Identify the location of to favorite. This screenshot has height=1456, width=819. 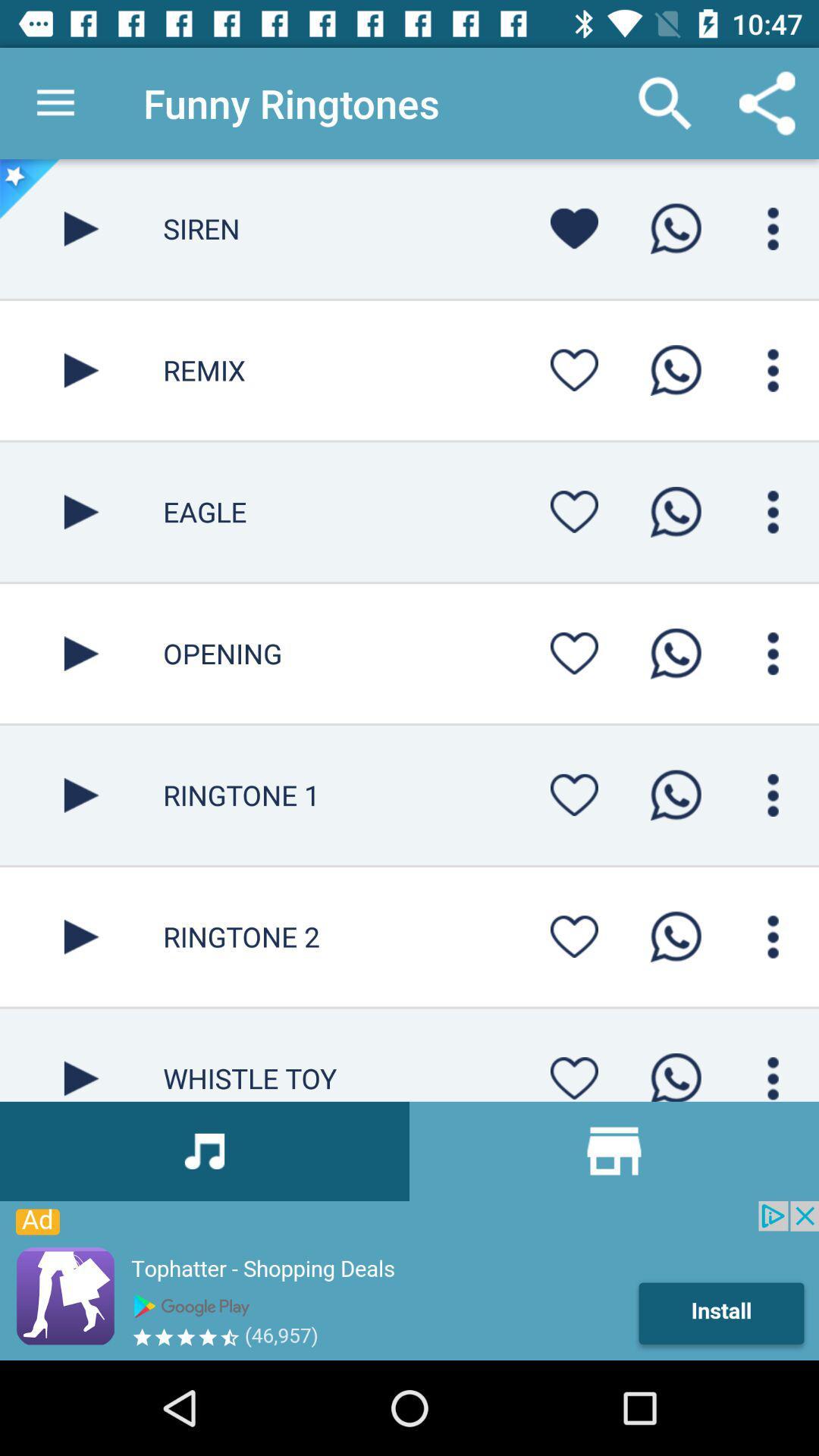
(574, 370).